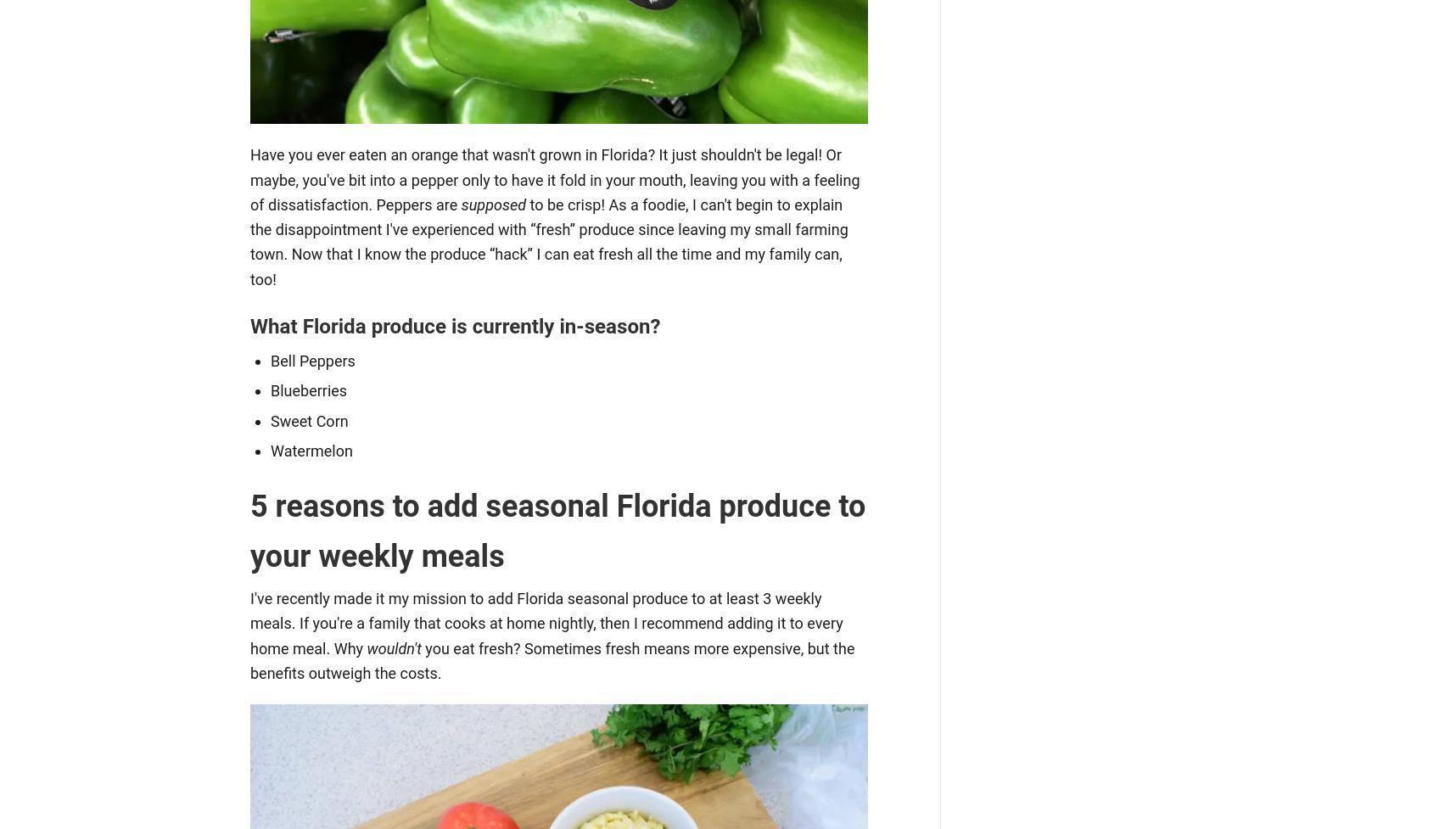  I want to click on 'to be crisp! As a foodie, I can't begin to explain the disappointment I've experienced with “fresh” produce since leaving my small farming town. Now that I know the produce “hack” I can eat fresh all the time and my family can, too!', so click(547, 240).